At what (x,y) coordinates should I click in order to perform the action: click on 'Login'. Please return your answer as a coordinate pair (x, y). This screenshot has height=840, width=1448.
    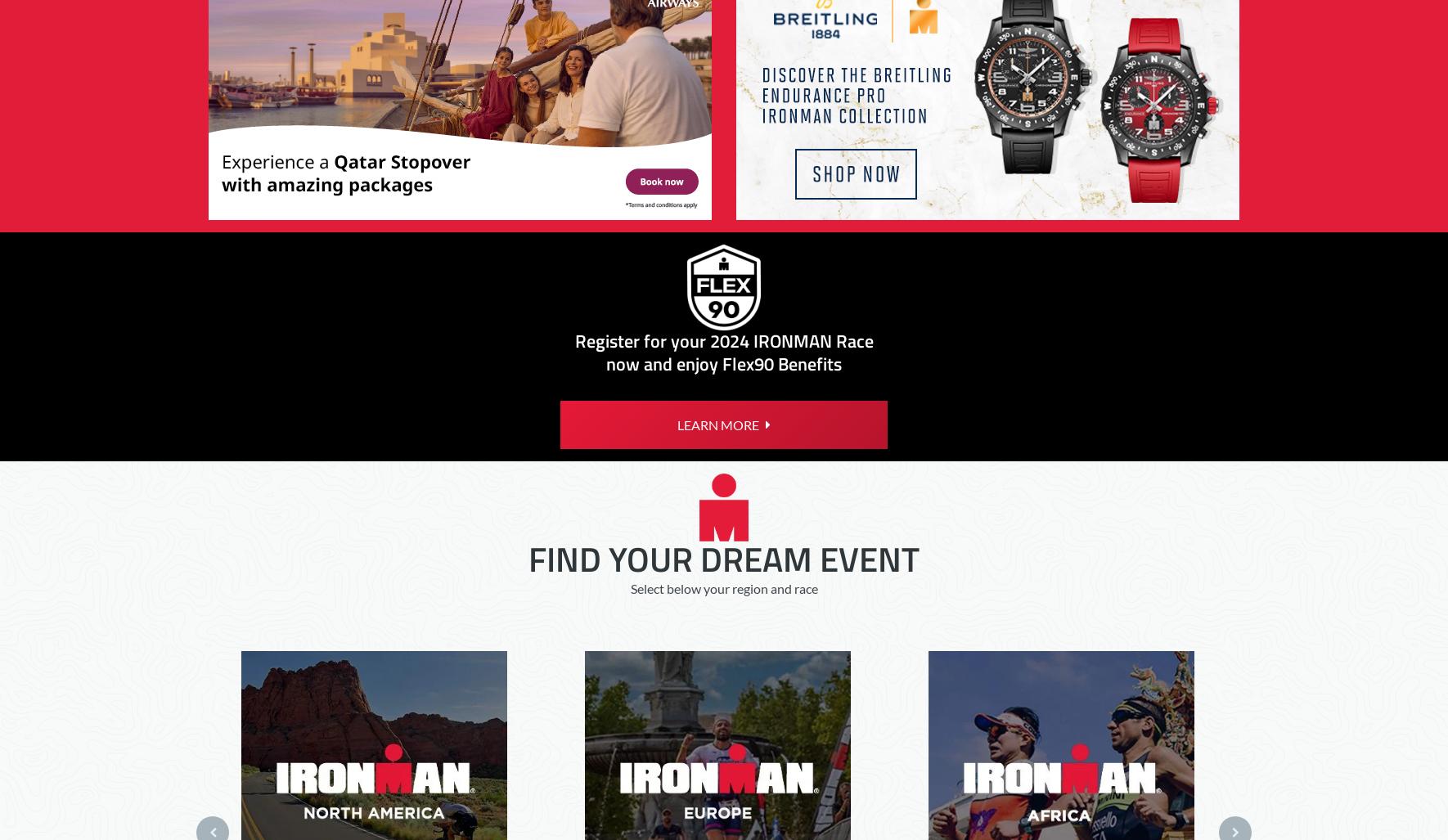
    Looking at the image, I should click on (996, 148).